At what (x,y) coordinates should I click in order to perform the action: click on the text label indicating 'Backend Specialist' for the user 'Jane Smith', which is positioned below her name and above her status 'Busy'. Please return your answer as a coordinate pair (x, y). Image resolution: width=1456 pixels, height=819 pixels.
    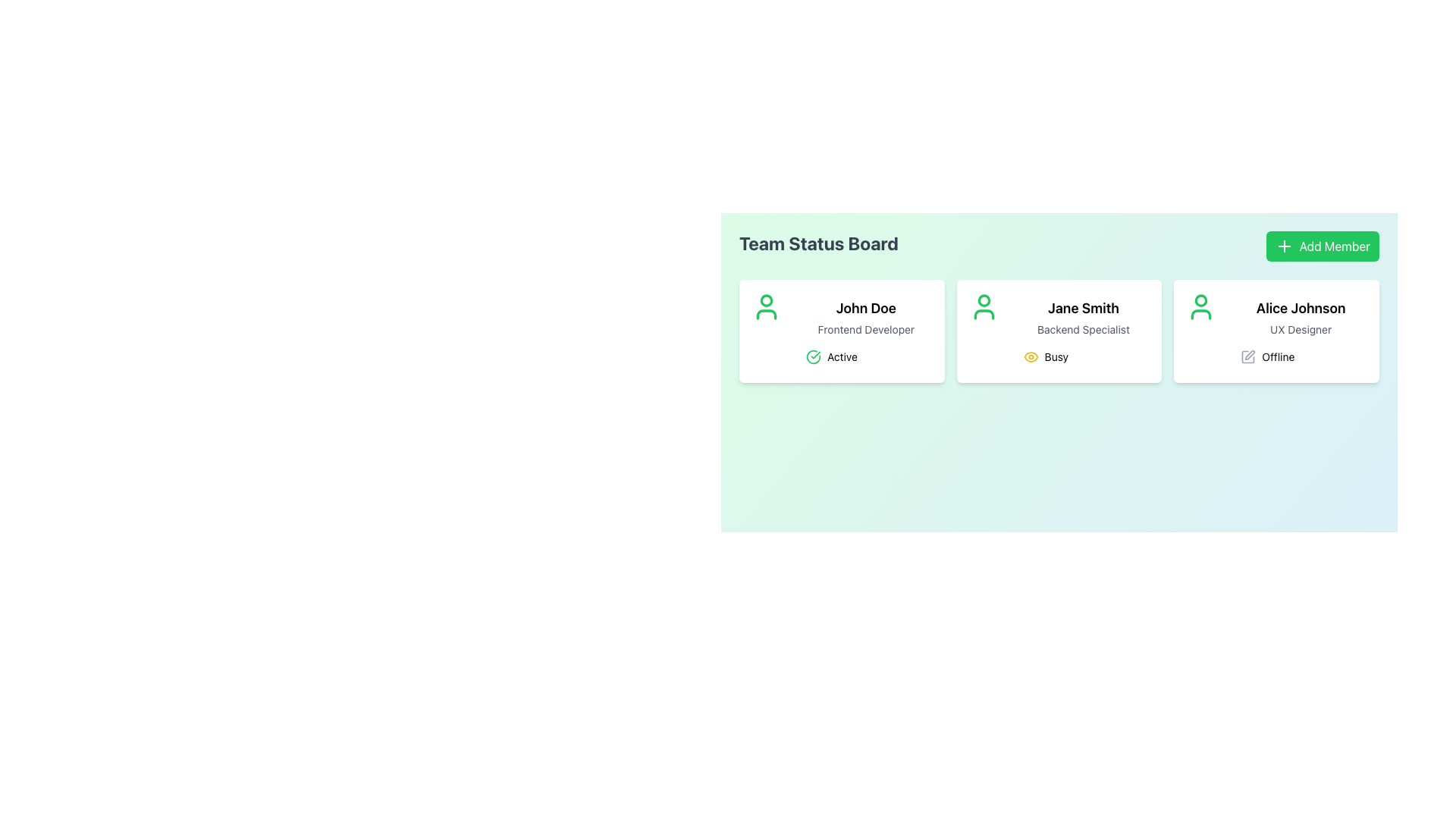
    Looking at the image, I should click on (1083, 329).